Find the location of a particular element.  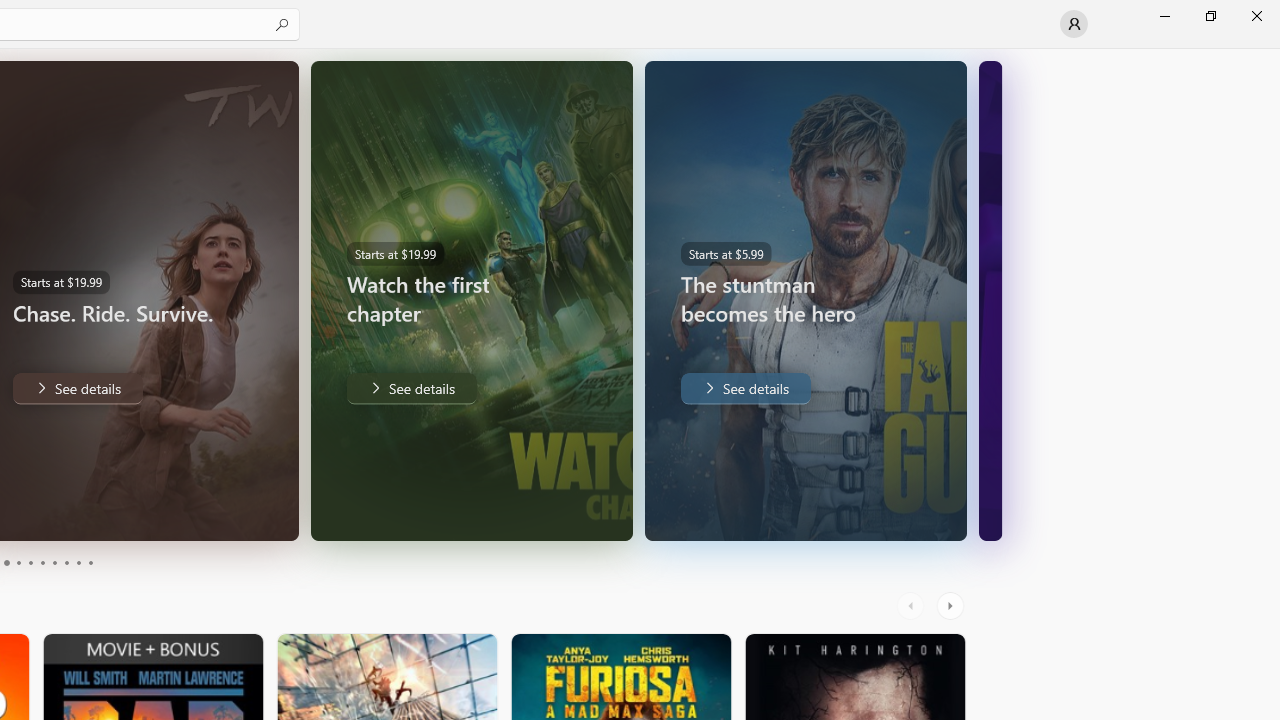

'Page 3' is located at coordinates (5, 563).